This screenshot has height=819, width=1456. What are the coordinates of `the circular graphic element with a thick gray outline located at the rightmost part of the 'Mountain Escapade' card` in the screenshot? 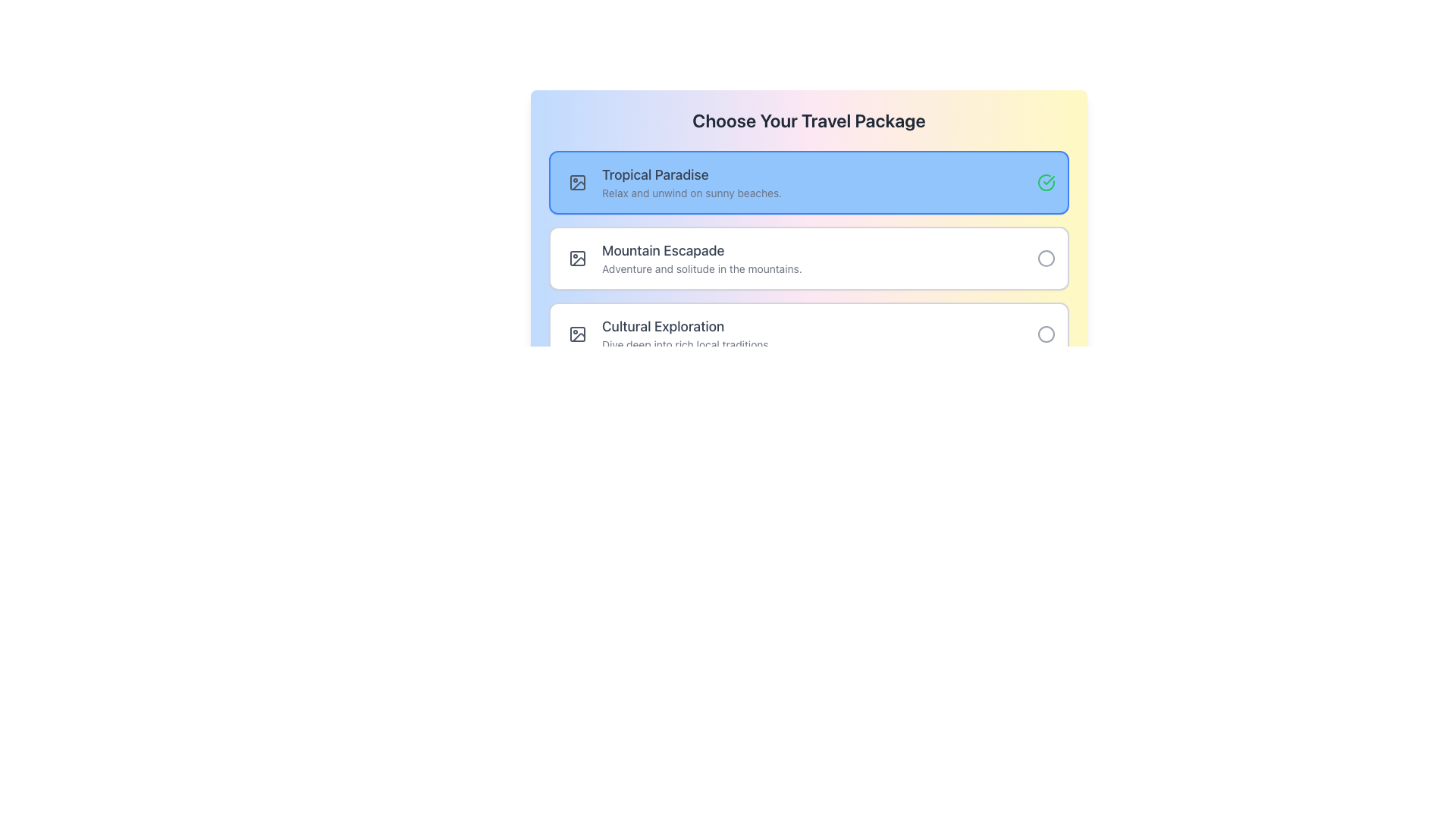 It's located at (1046, 257).